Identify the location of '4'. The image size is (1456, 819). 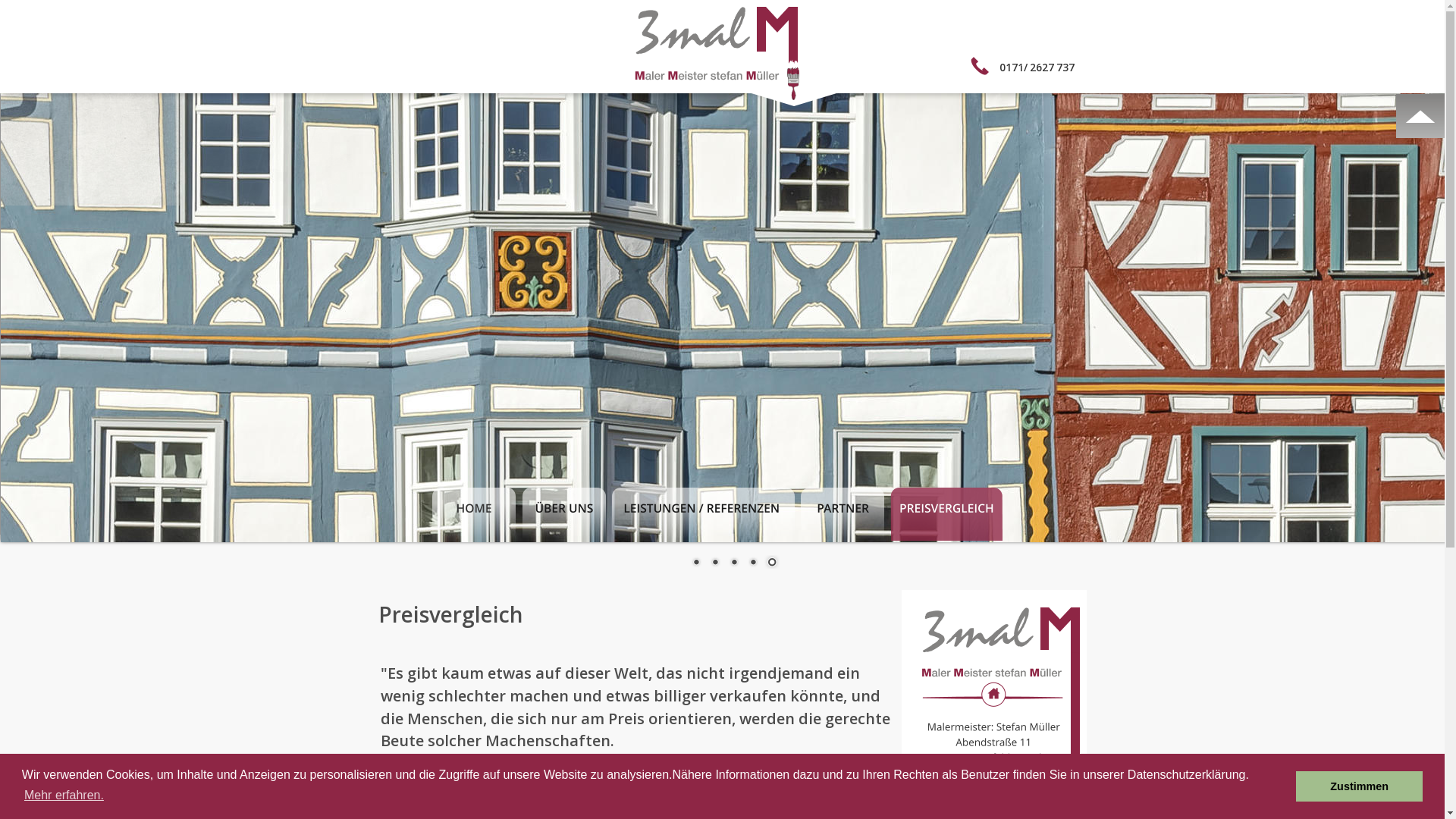
(745, 563).